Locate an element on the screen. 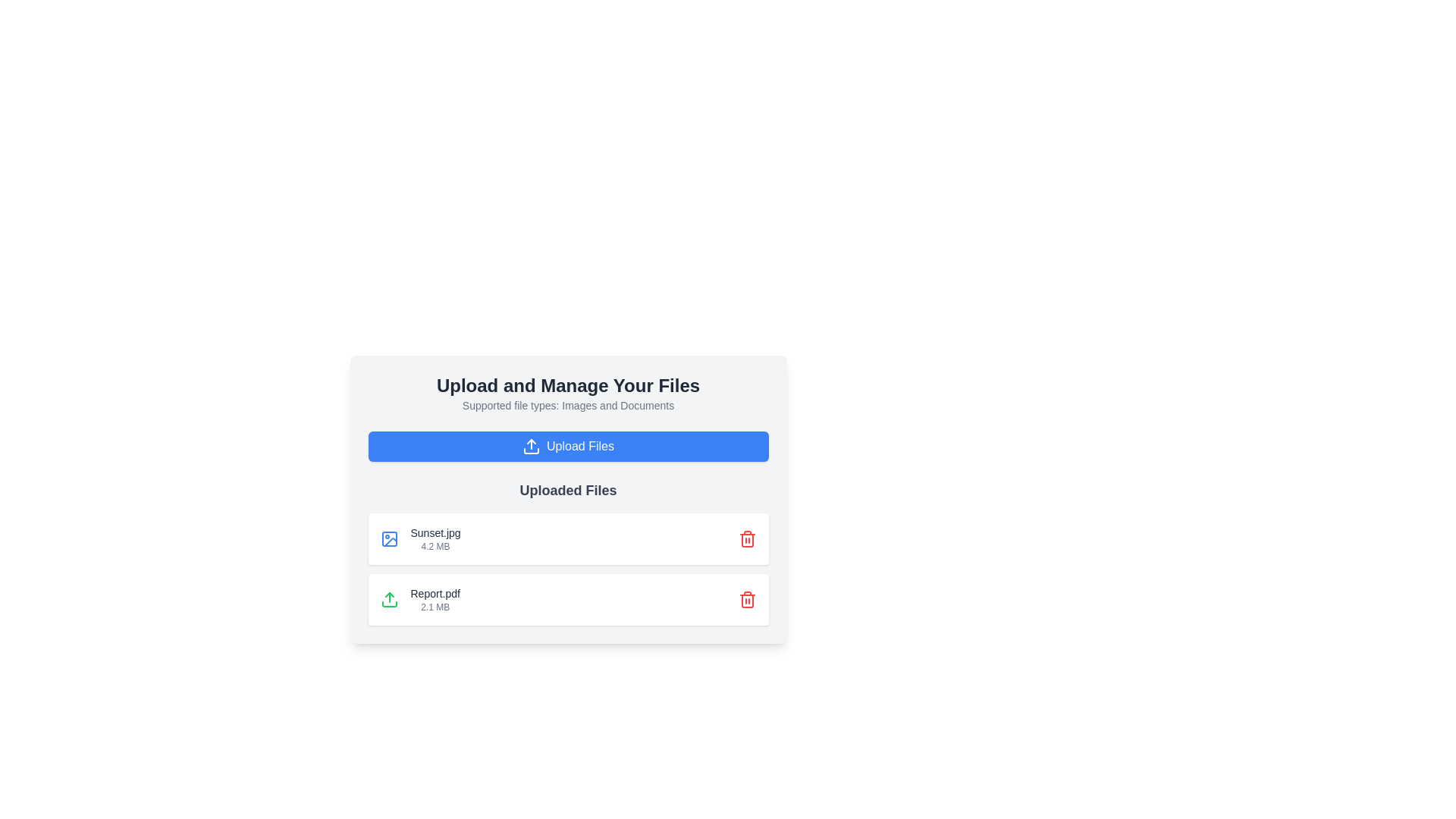 The image size is (1456, 819). the static text label displaying 'Supported file types: Images and Documents', which is positioned below the header 'Upload and Manage Your Files' and above the 'Upload Files' button is located at coordinates (567, 405).